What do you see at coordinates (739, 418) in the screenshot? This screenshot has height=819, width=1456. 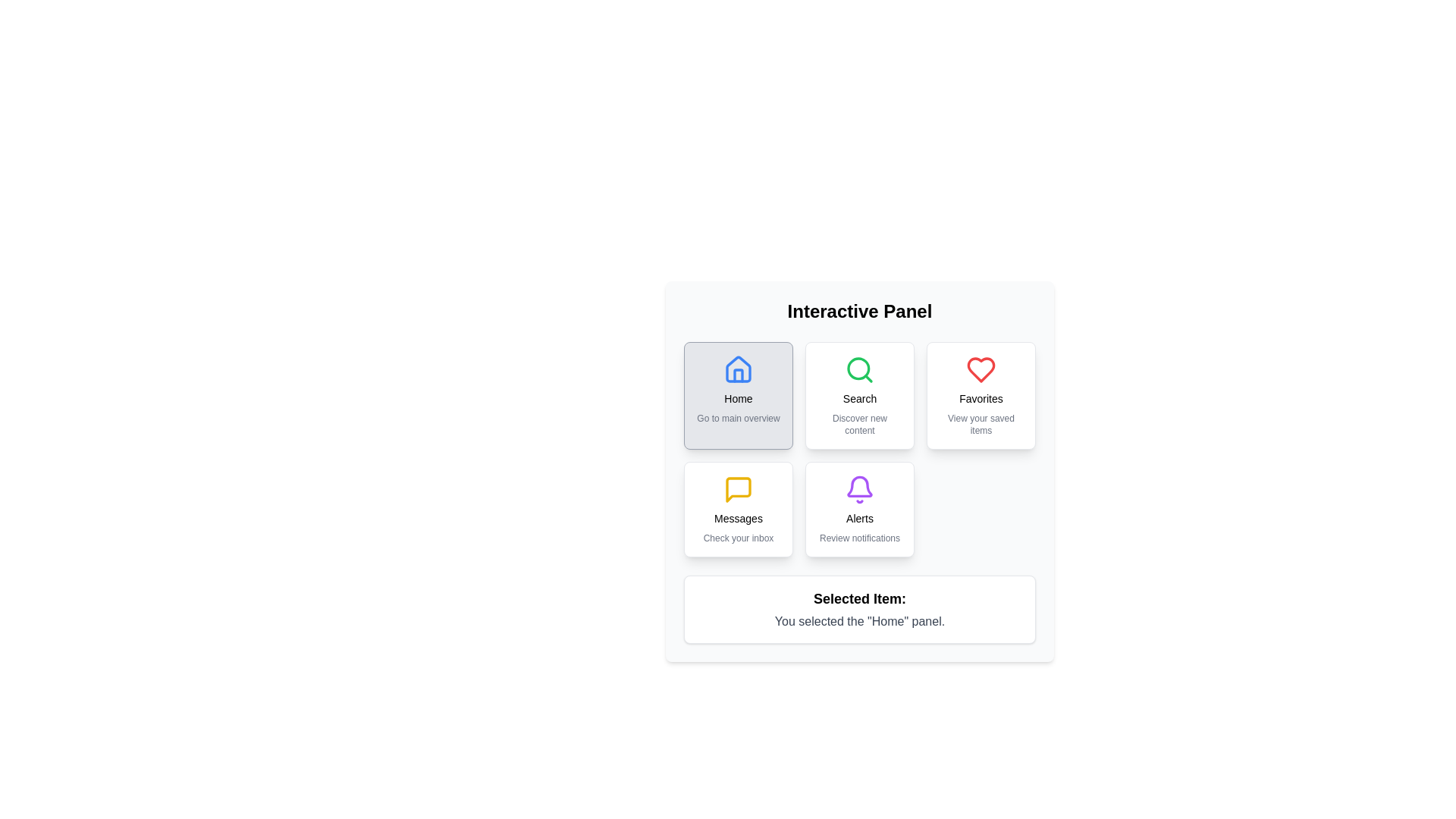 I see `contextual guidance text located at the bottom of the 'Home' card, which provides additional information about its main action or purpose` at bounding box center [739, 418].